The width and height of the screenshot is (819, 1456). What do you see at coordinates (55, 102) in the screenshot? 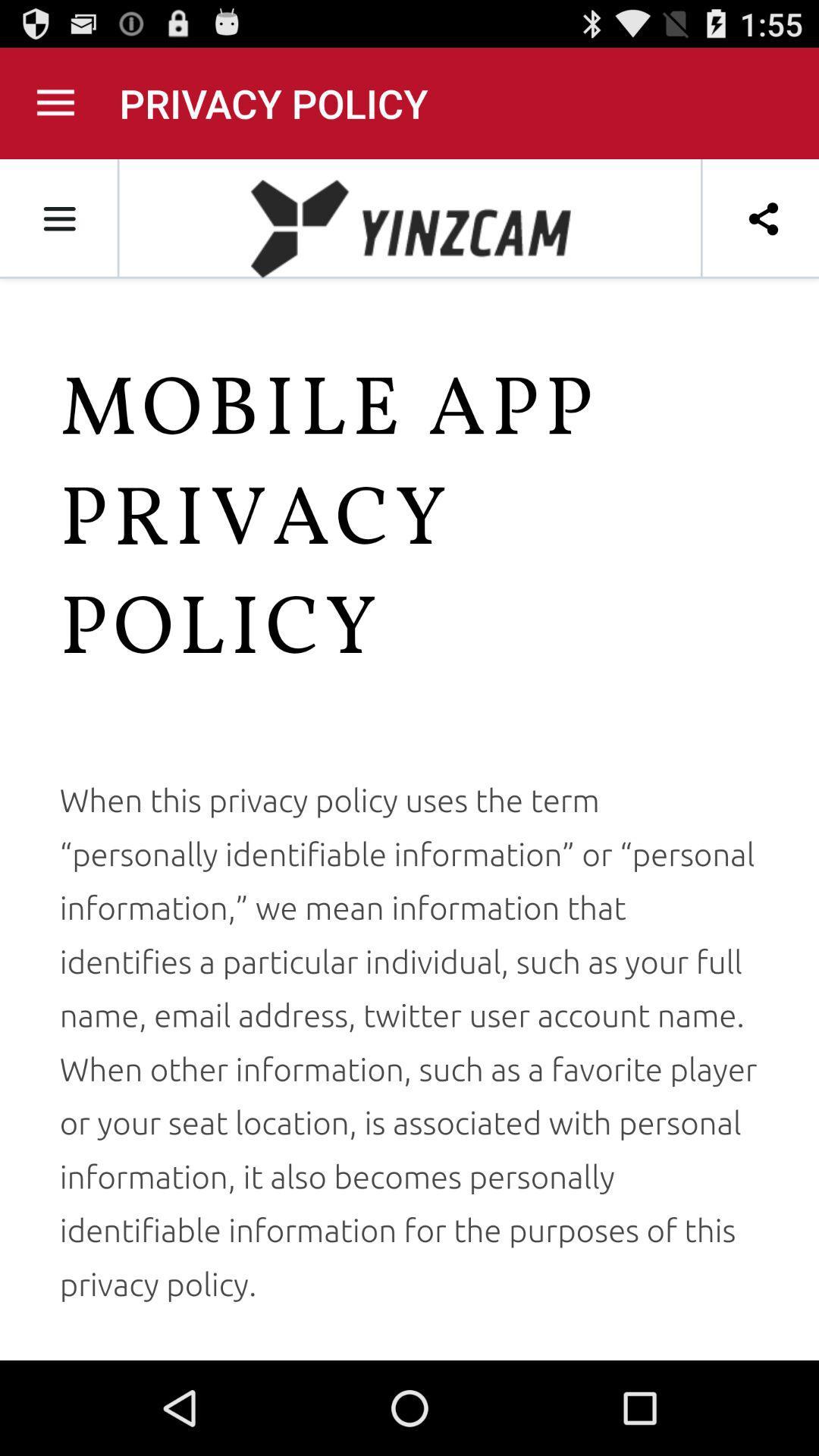
I see `menu page` at bounding box center [55, 102].